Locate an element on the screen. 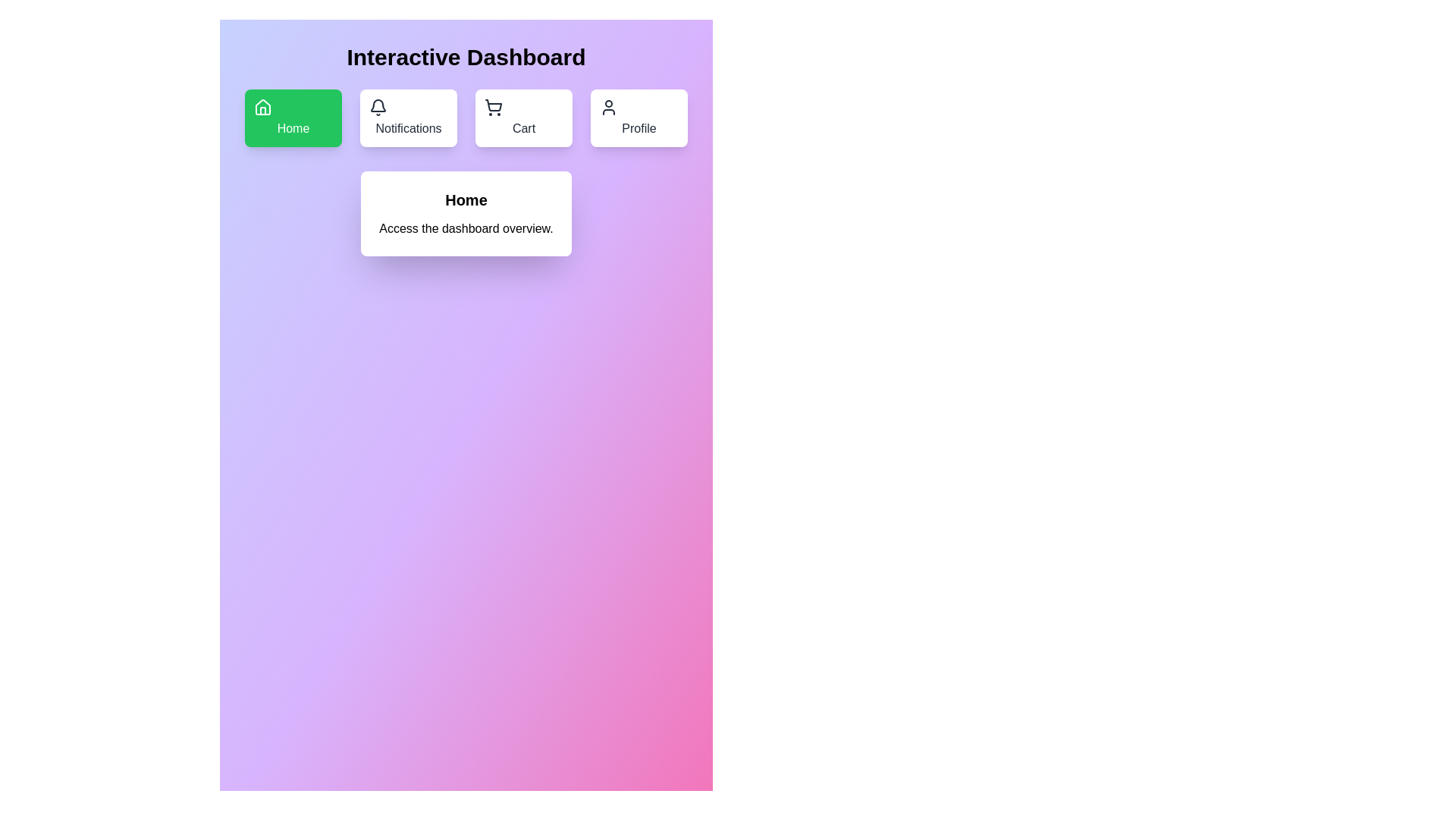 Image resolution: width=1456 pixels, height=819 pixels. the menu option Notifications to view its content and details is located at coordinates (408, 117).